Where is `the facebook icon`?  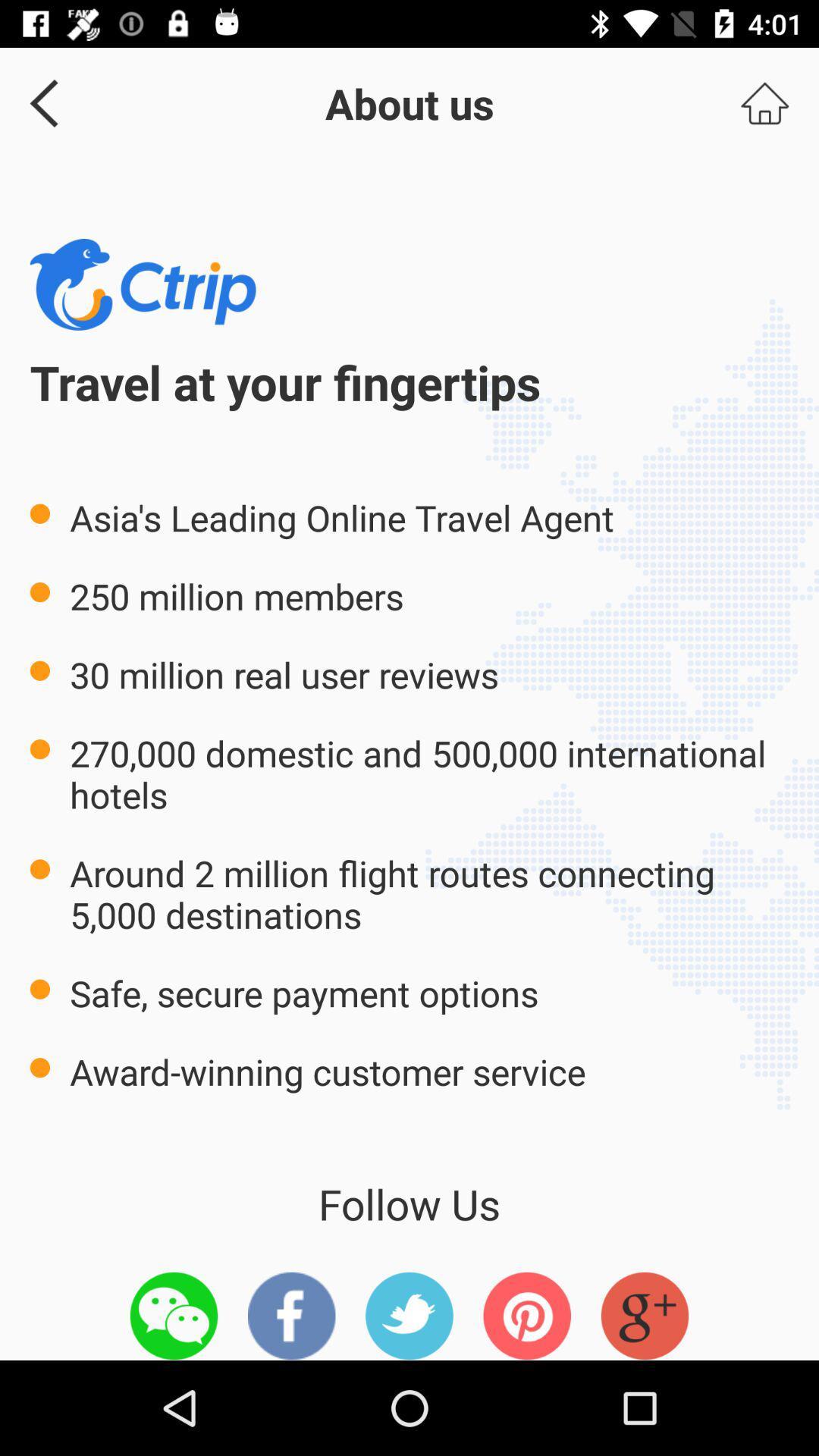 the facebook icon is located at coordinates (291, 1315).